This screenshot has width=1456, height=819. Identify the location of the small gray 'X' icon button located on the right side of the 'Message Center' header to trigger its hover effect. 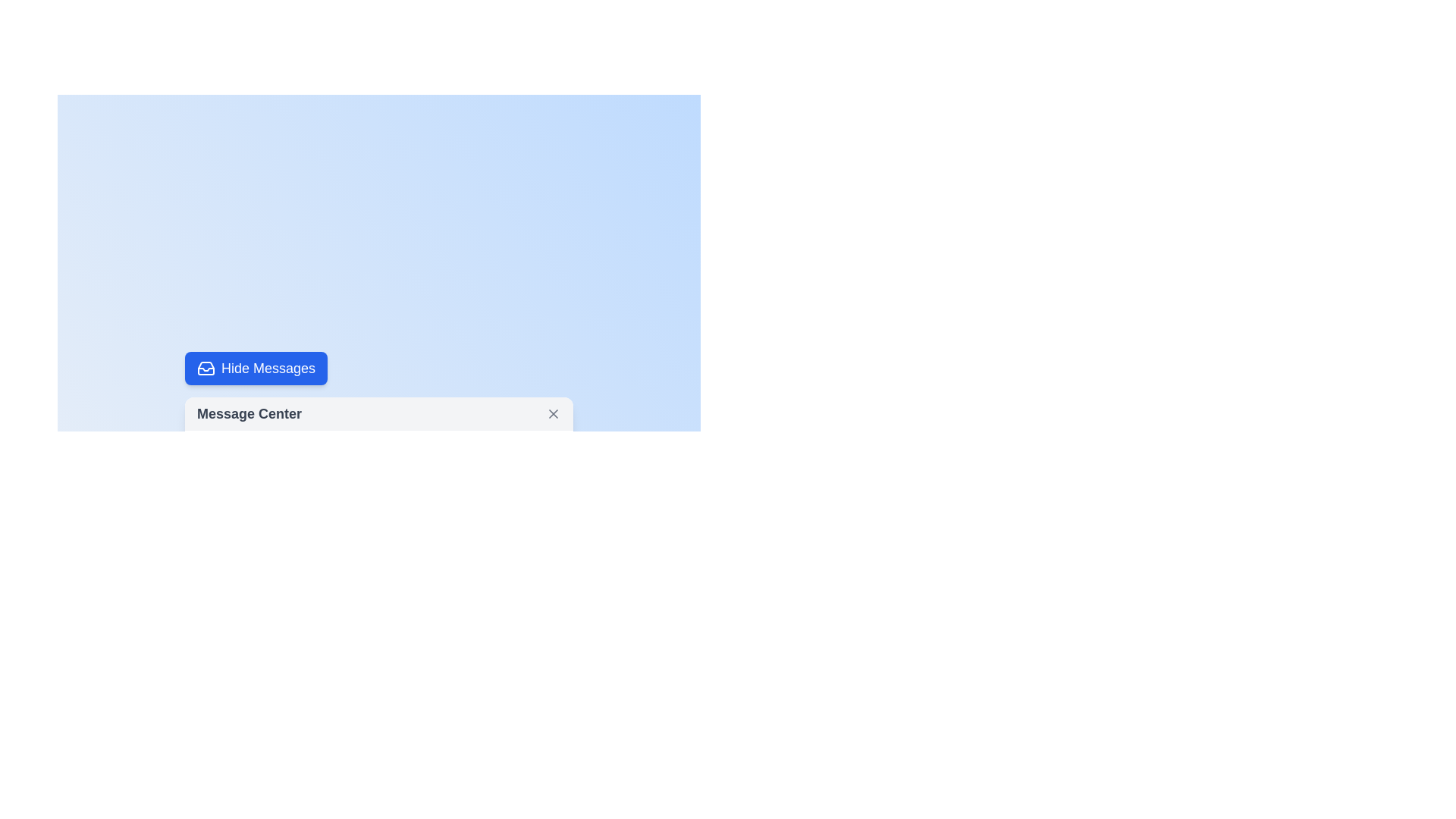
(552, 414).